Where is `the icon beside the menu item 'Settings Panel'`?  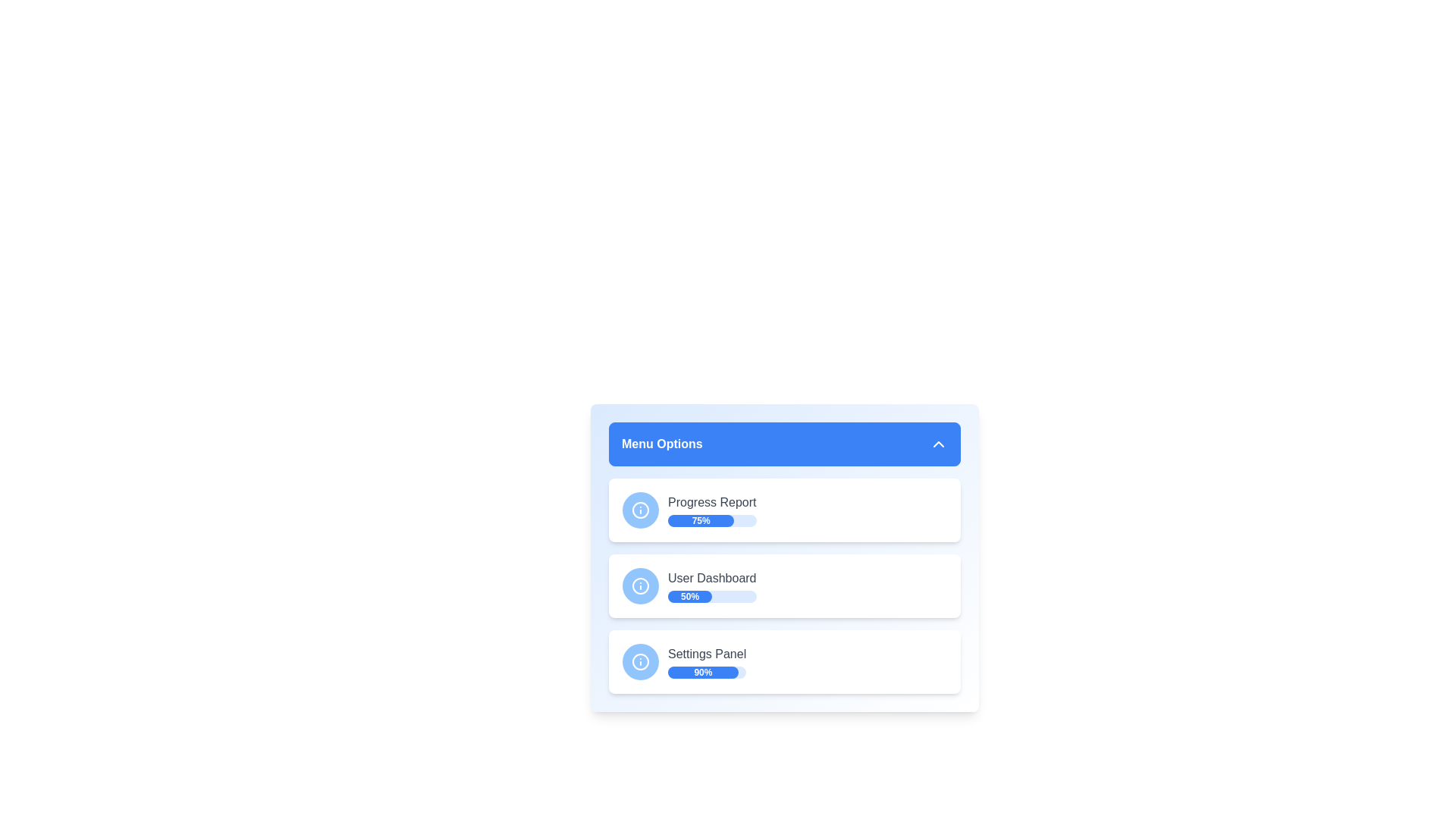 the icon beside the menu item 'Settings Panel' is located at coordinates (640, 661).